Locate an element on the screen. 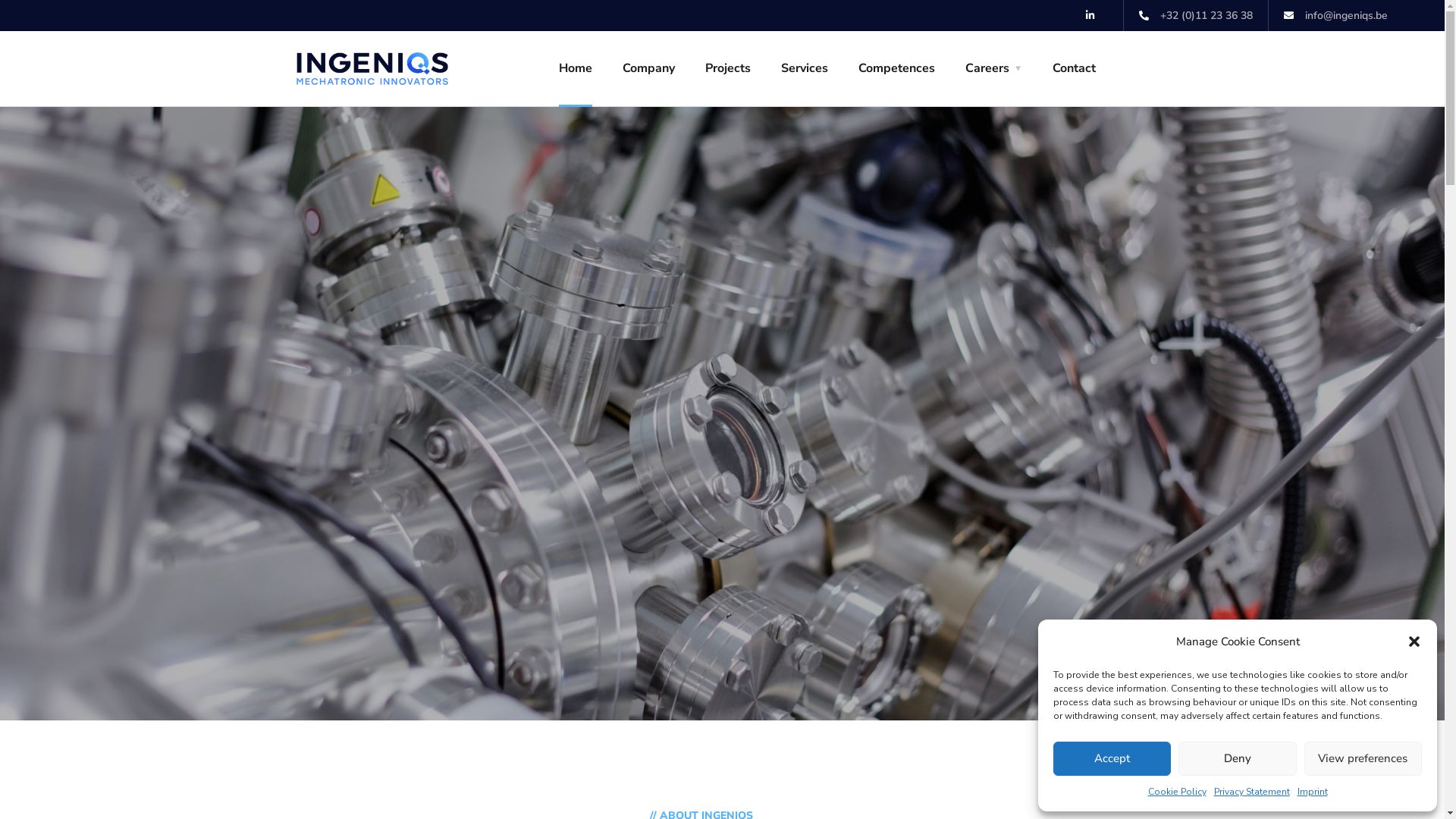 The height and width of the screenshot is (819, 1456). 'Services' is located at coordinates (803, 68).